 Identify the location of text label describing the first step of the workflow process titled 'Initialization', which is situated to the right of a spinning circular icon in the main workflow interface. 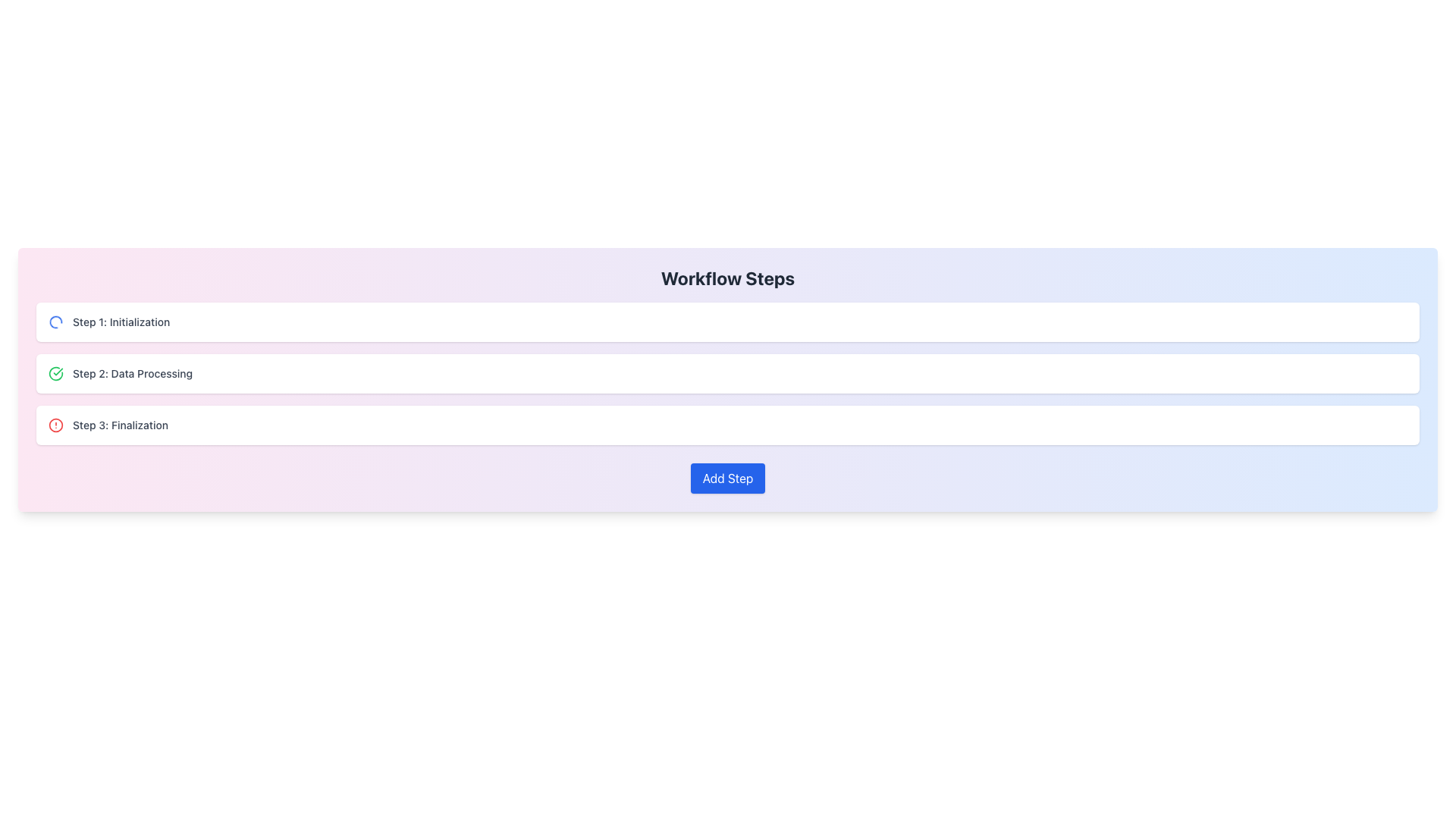
(121, 321).